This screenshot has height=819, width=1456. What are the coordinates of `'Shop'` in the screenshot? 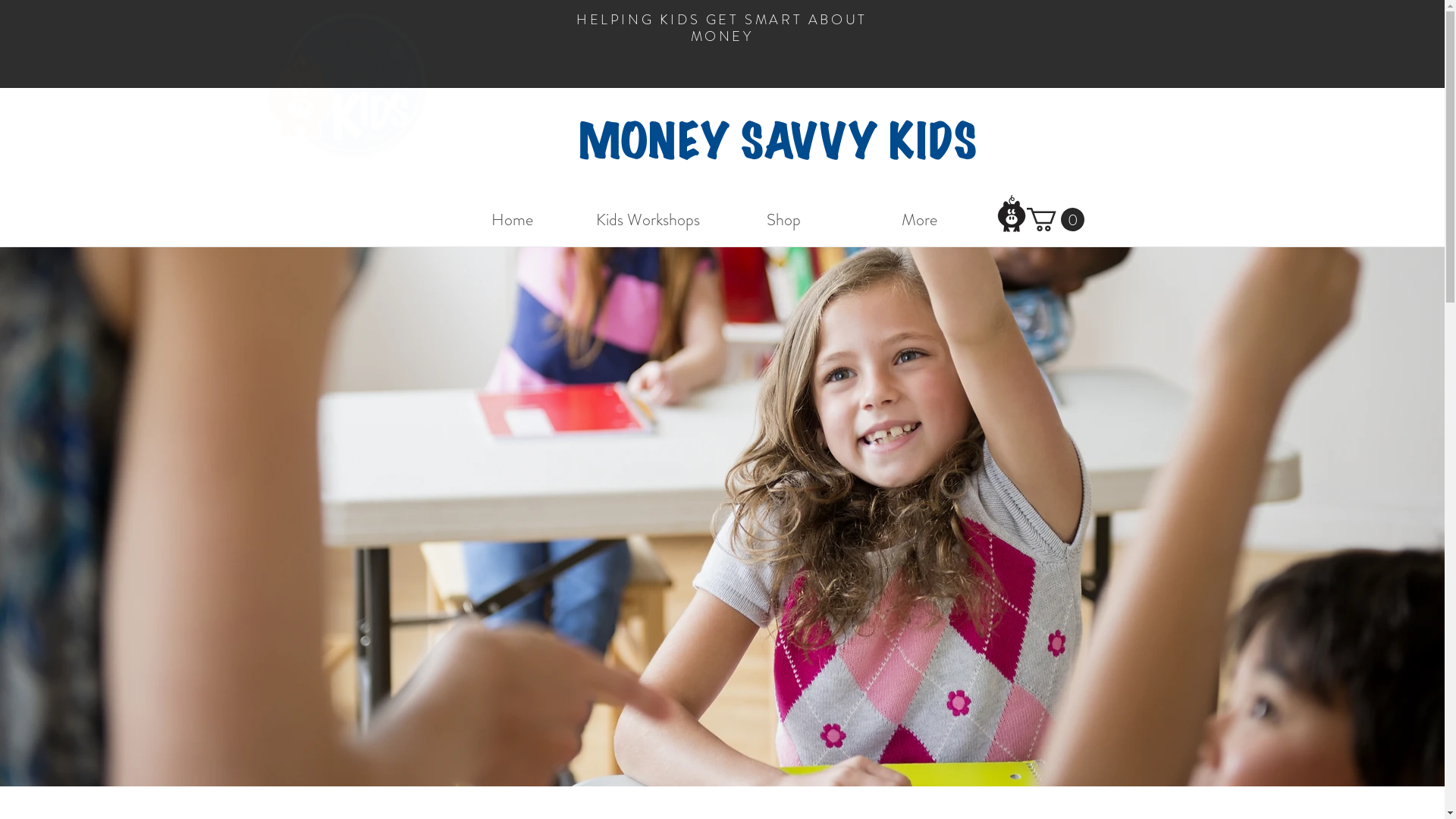 It's located at (783, 219).